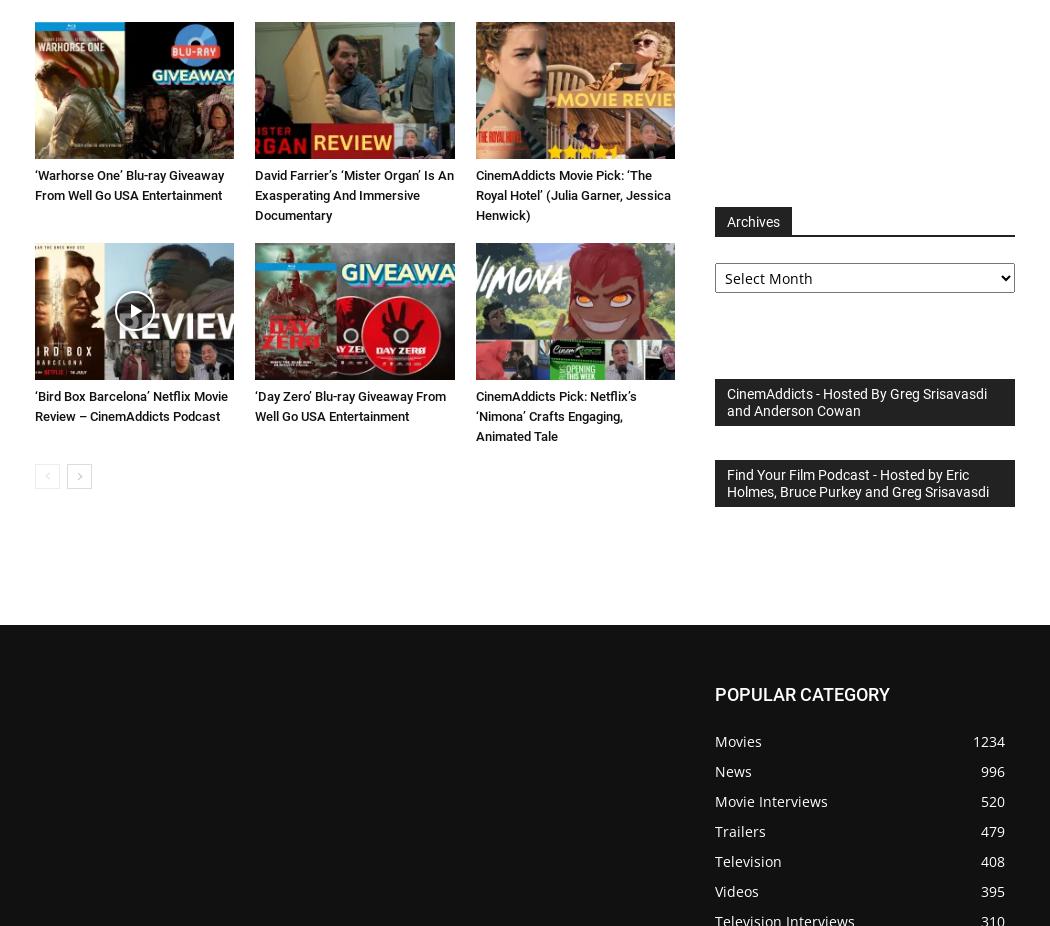 The image size is (1050, 926). Describe the element at coordinates (349, 406) in the screenshot. I see `'‘Day Zero’ Blu-ray Giveaway From Well Go USA Entertainment'` at that location.